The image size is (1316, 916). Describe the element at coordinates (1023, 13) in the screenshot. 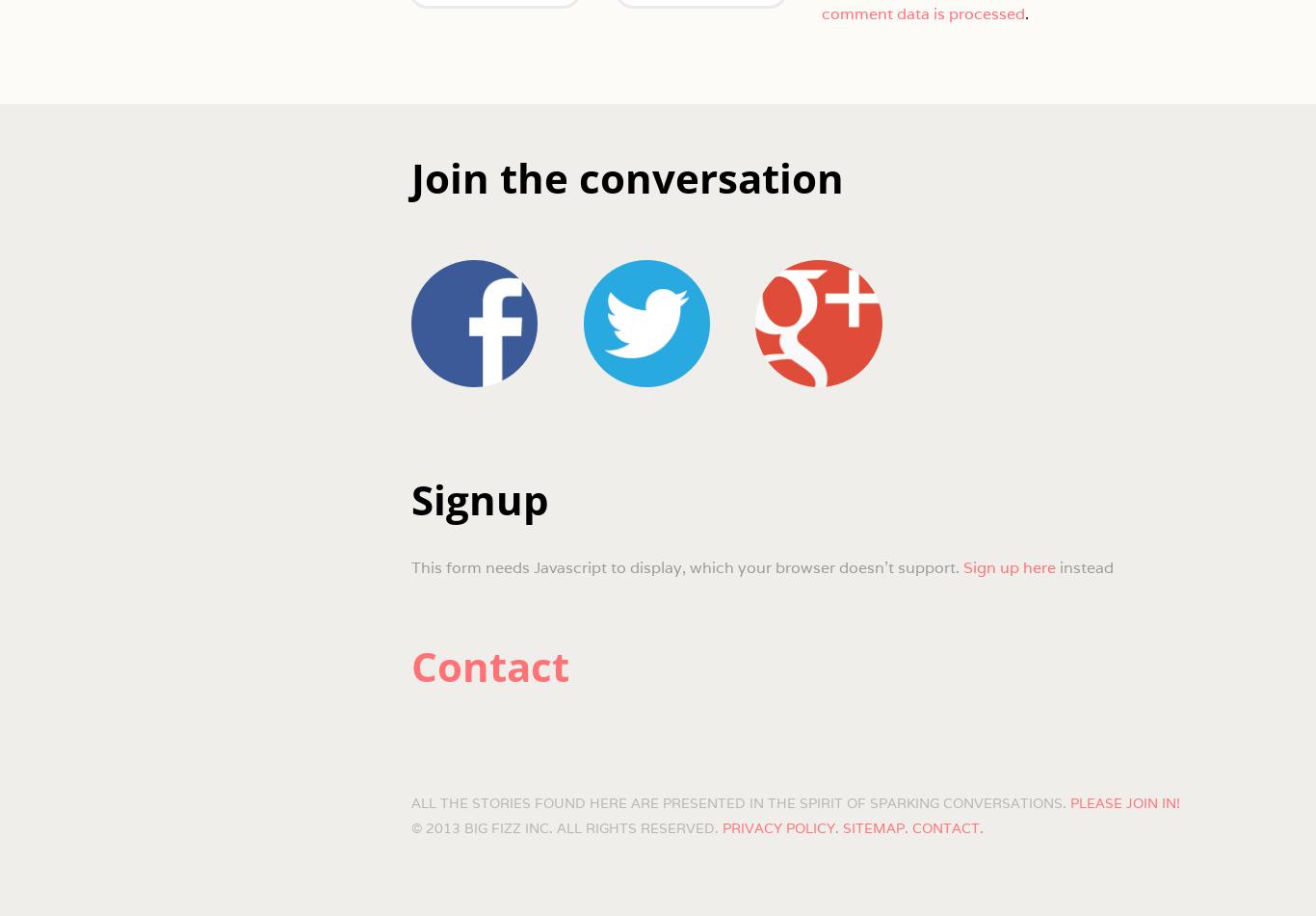

I see `'.'` at that location.